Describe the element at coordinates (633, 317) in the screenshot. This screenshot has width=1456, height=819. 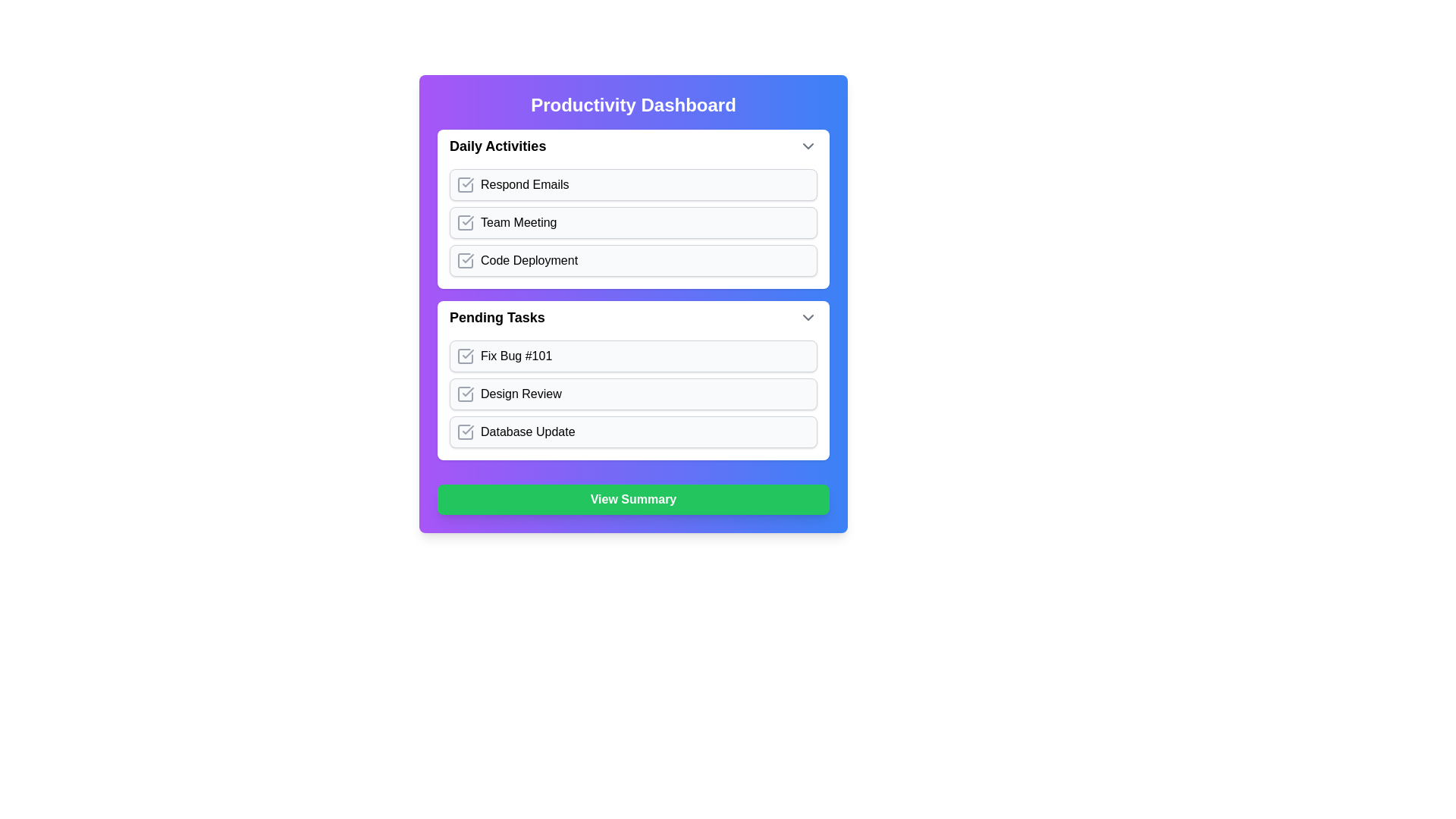
I see `the 'Pending Tasks' section header to enable navigation` at that location.